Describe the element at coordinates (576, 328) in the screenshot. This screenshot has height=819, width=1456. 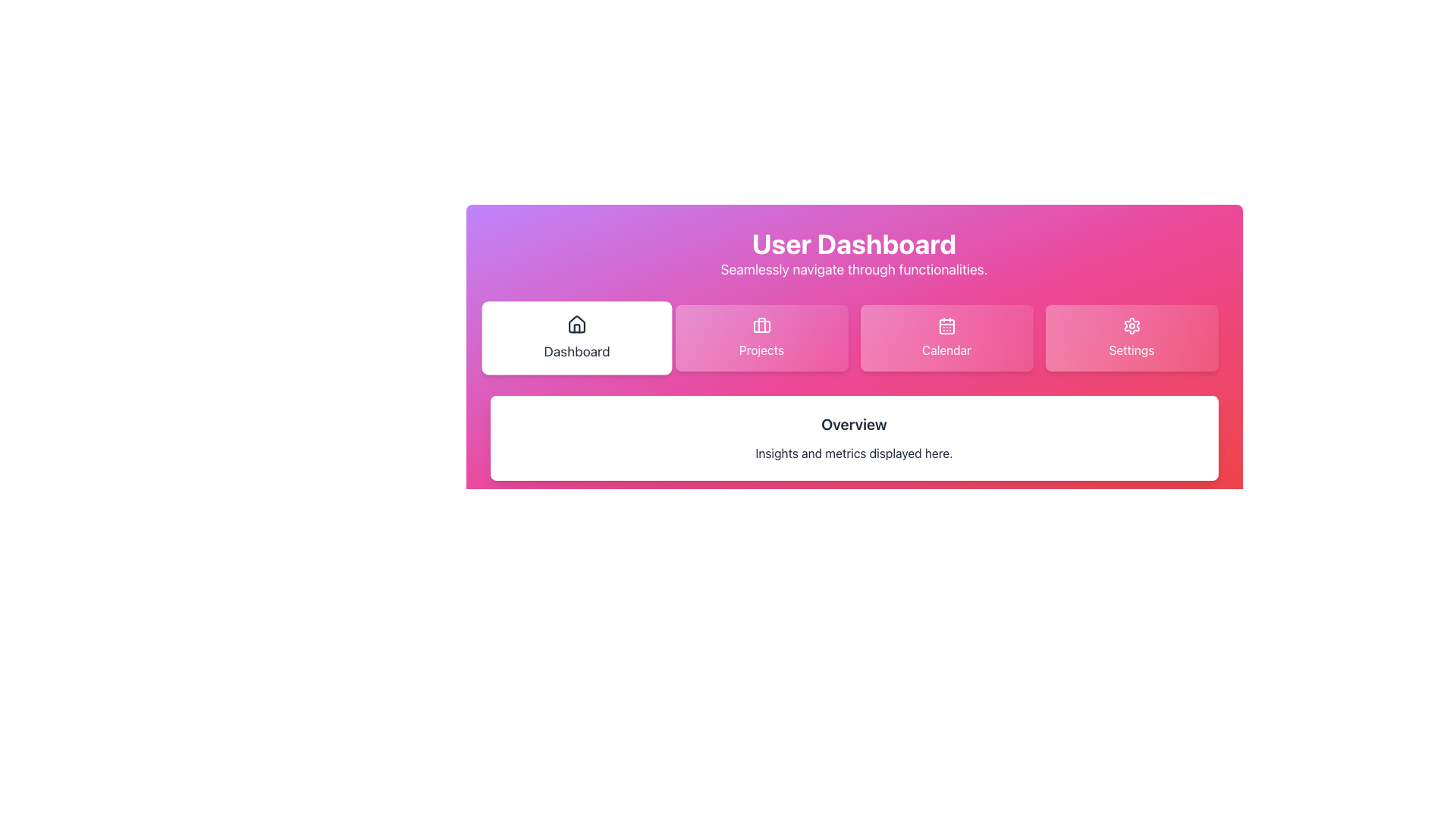
I see `the 'Dashboard' button represented by a house icon in the navigation section` at that location.